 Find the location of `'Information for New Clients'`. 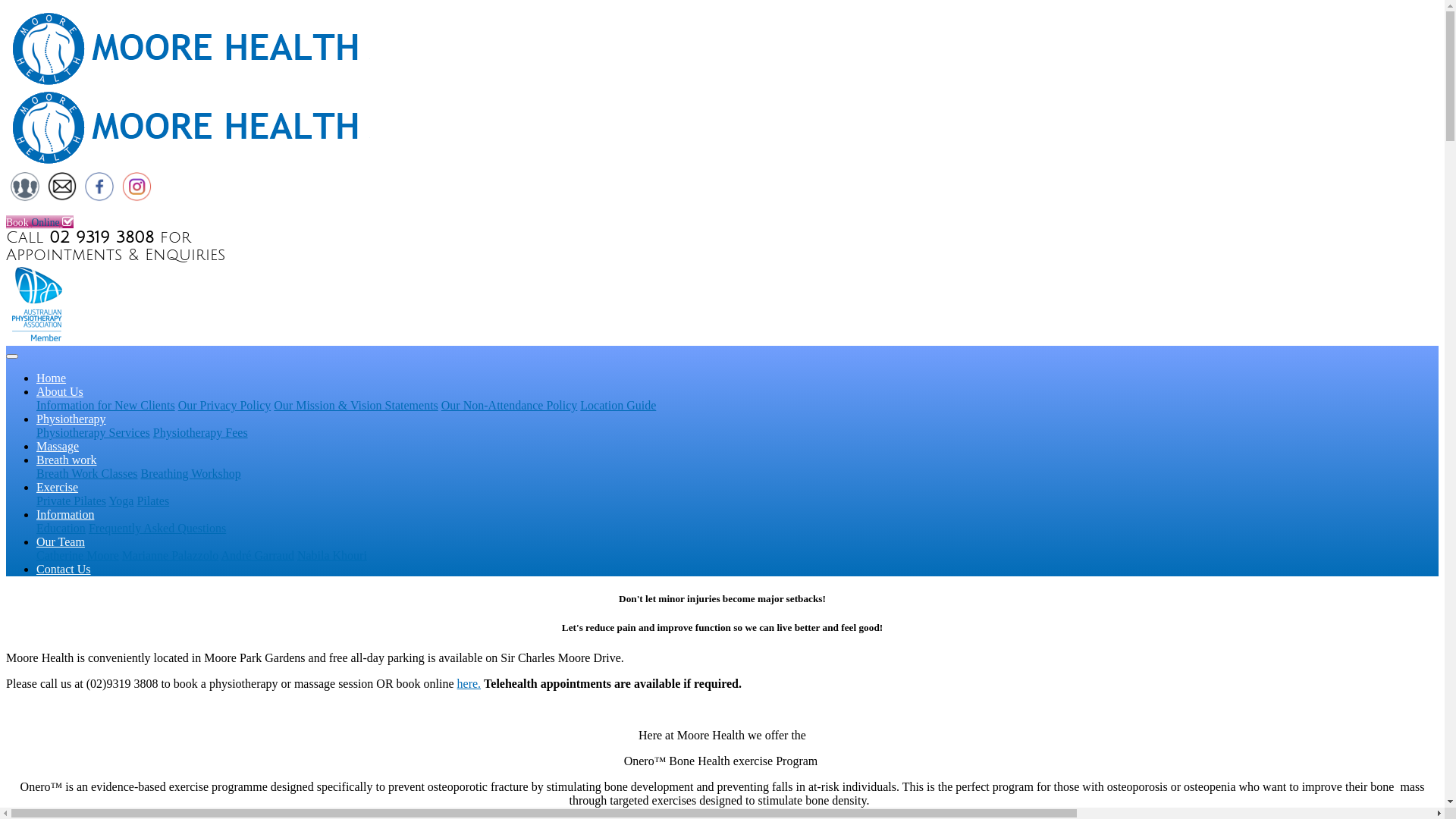

'Information for New Clients' is located at coordinates (105, 404).